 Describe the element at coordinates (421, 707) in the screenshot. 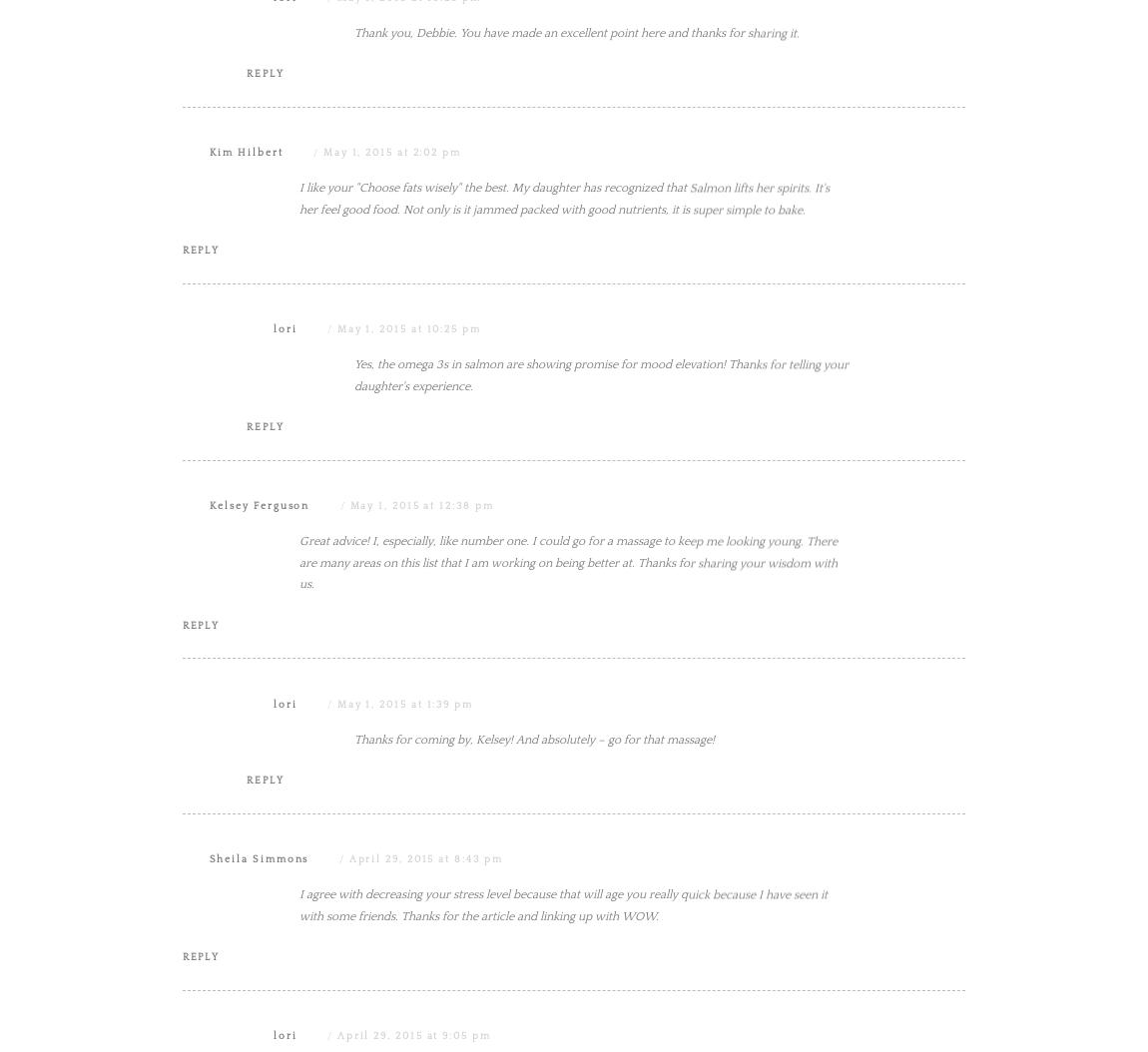

I see `'May 1, 2015 at 12:38 pm'` at that location.